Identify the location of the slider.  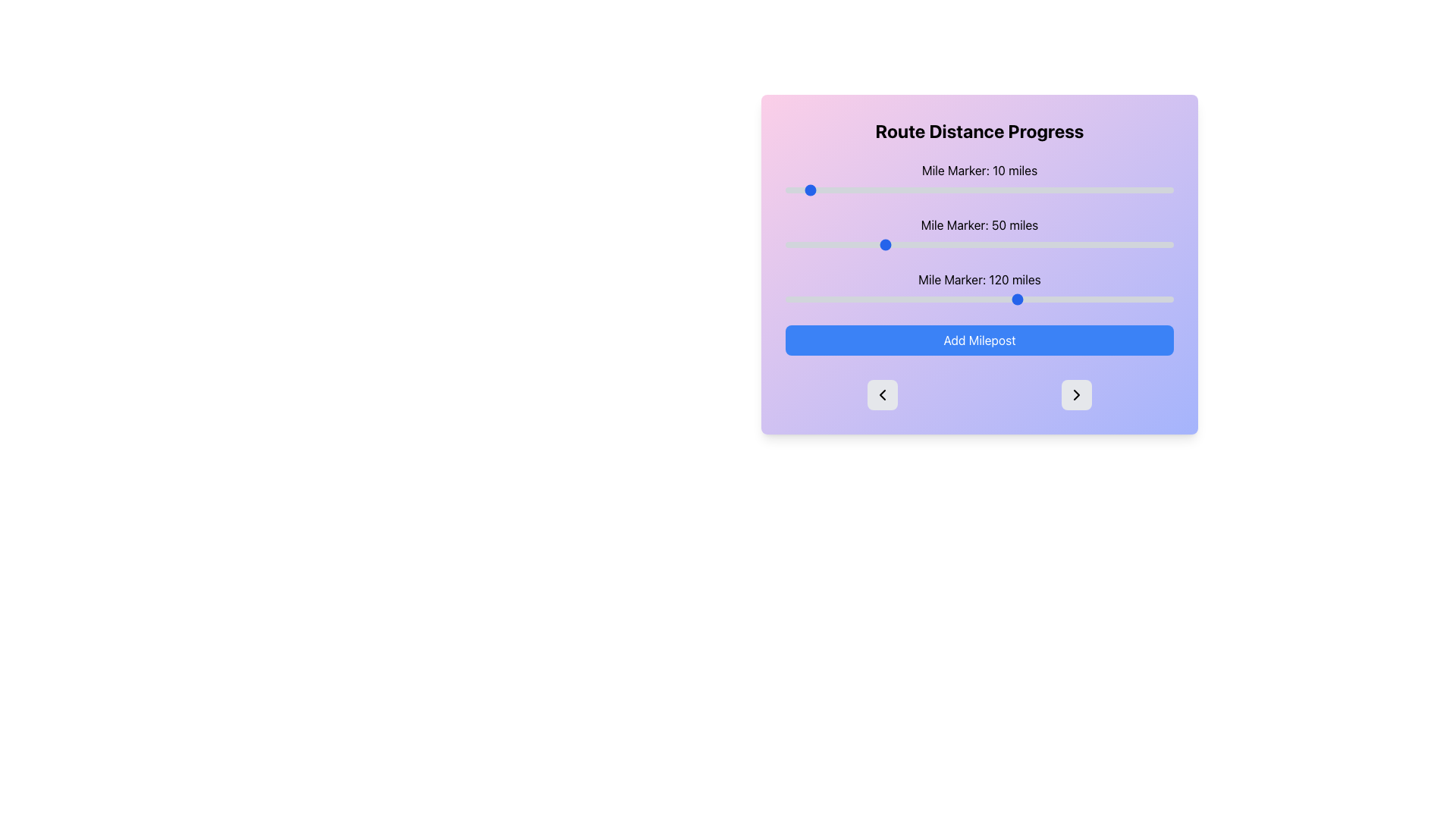
(959, 244).